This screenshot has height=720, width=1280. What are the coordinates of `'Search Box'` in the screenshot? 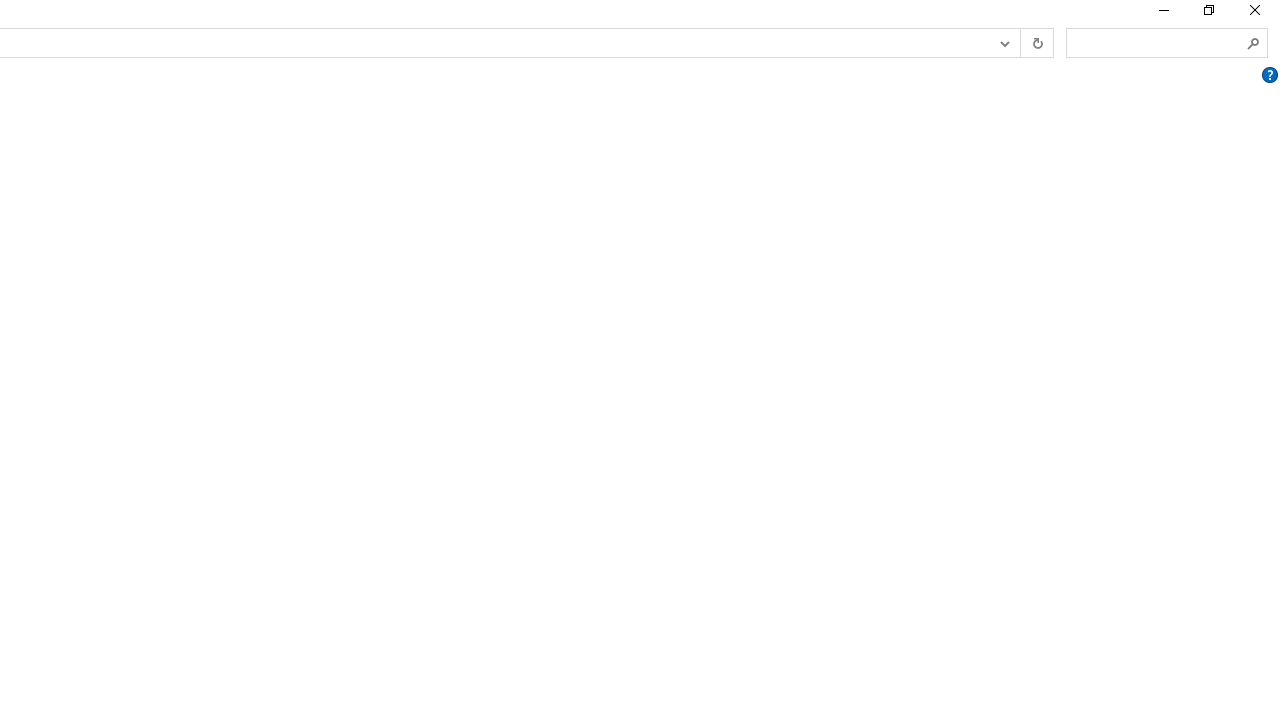 It's located at (1157, 42).